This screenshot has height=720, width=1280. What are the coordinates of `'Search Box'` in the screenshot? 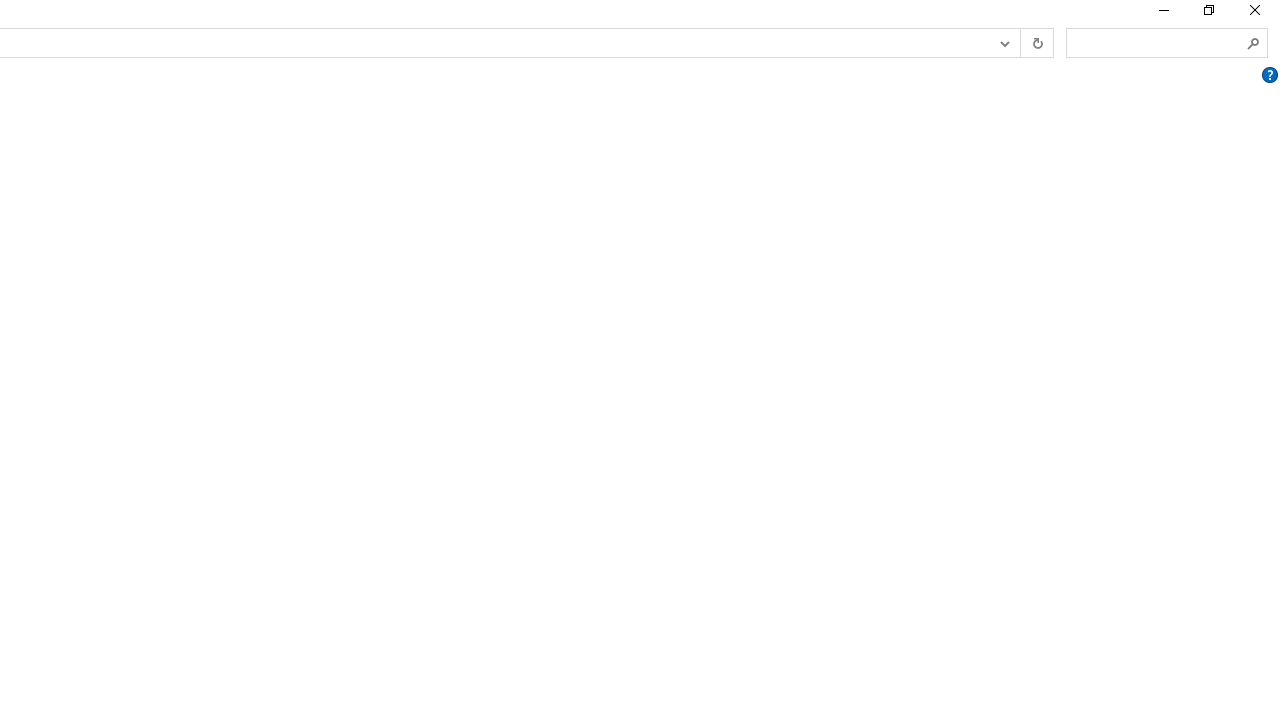 It's located at (1157, 42).